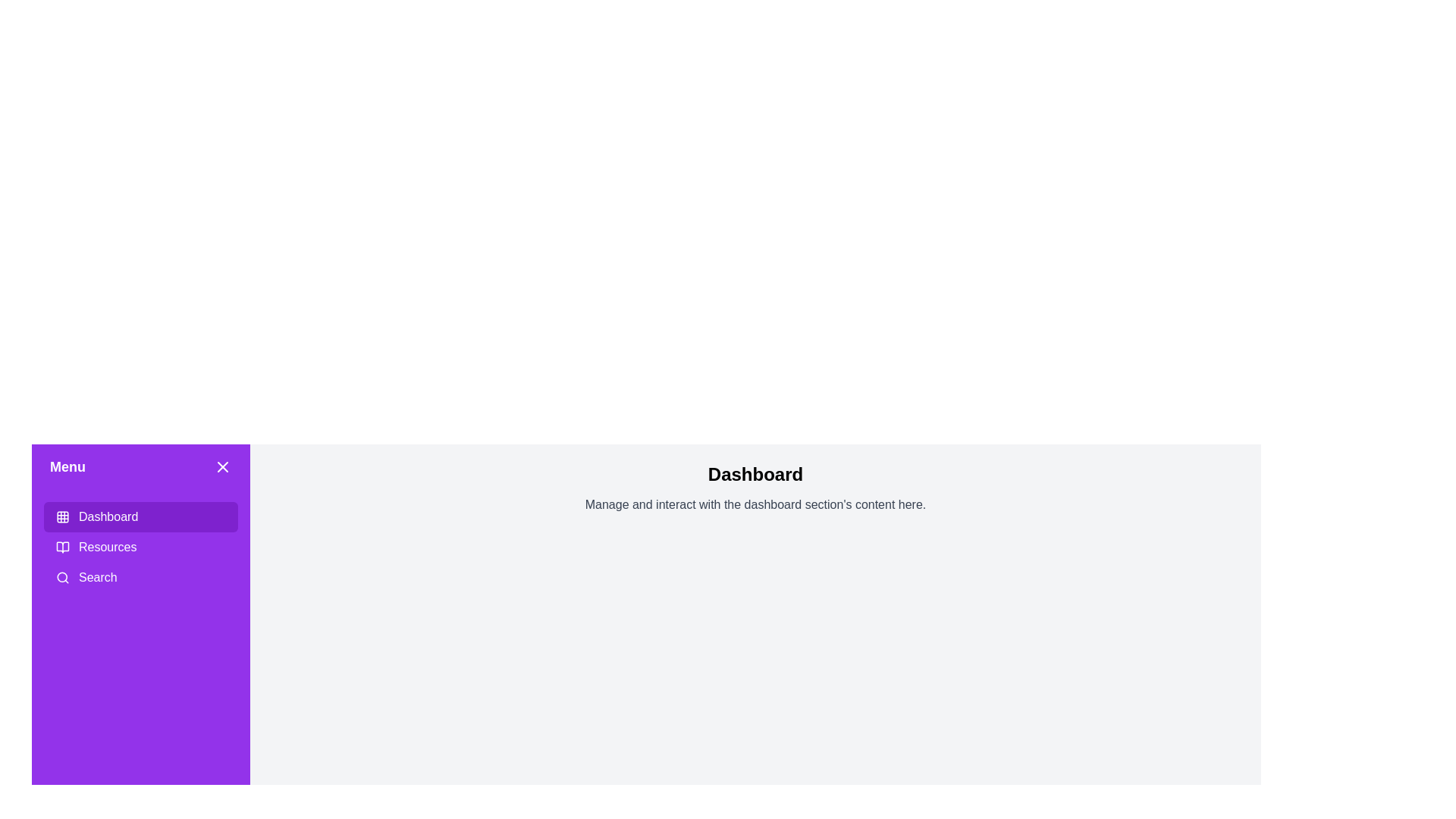 This screenshot has width=1456, height=819. What do you see at coordinates (221, 466) in the screenshot?
I see `the small square-shaped close button with a white 'X' icon on a solid purple background, located at the top-right corner of the 'Menu' toolbar` at bounding box center [221, 466].